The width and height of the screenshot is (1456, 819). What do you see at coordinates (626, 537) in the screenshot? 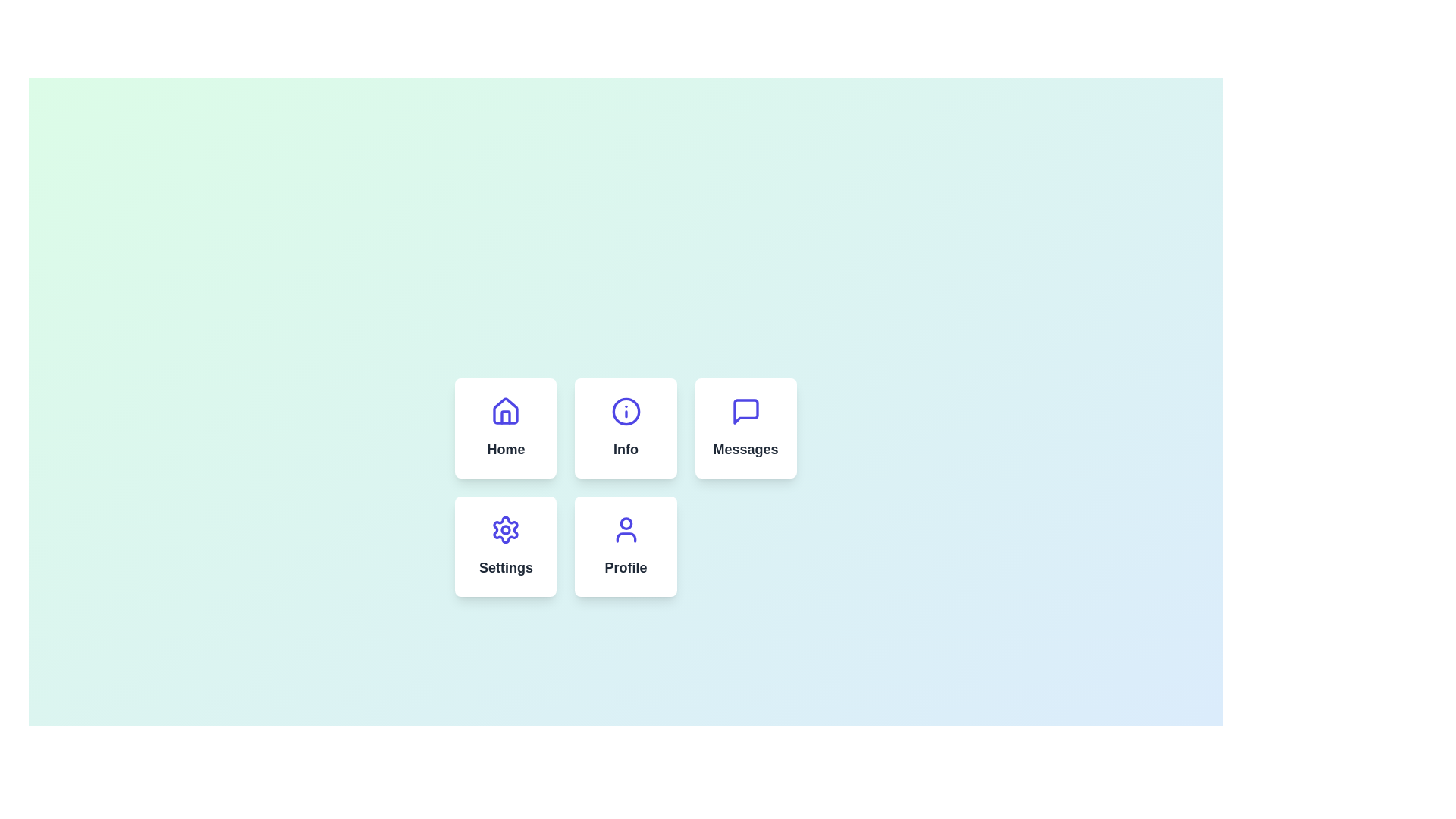
I see `the Decorative icon element that represents the bottom part of the user profile icon located in the bottom-right square of the Profile grid` at bounding box center [626, 537].